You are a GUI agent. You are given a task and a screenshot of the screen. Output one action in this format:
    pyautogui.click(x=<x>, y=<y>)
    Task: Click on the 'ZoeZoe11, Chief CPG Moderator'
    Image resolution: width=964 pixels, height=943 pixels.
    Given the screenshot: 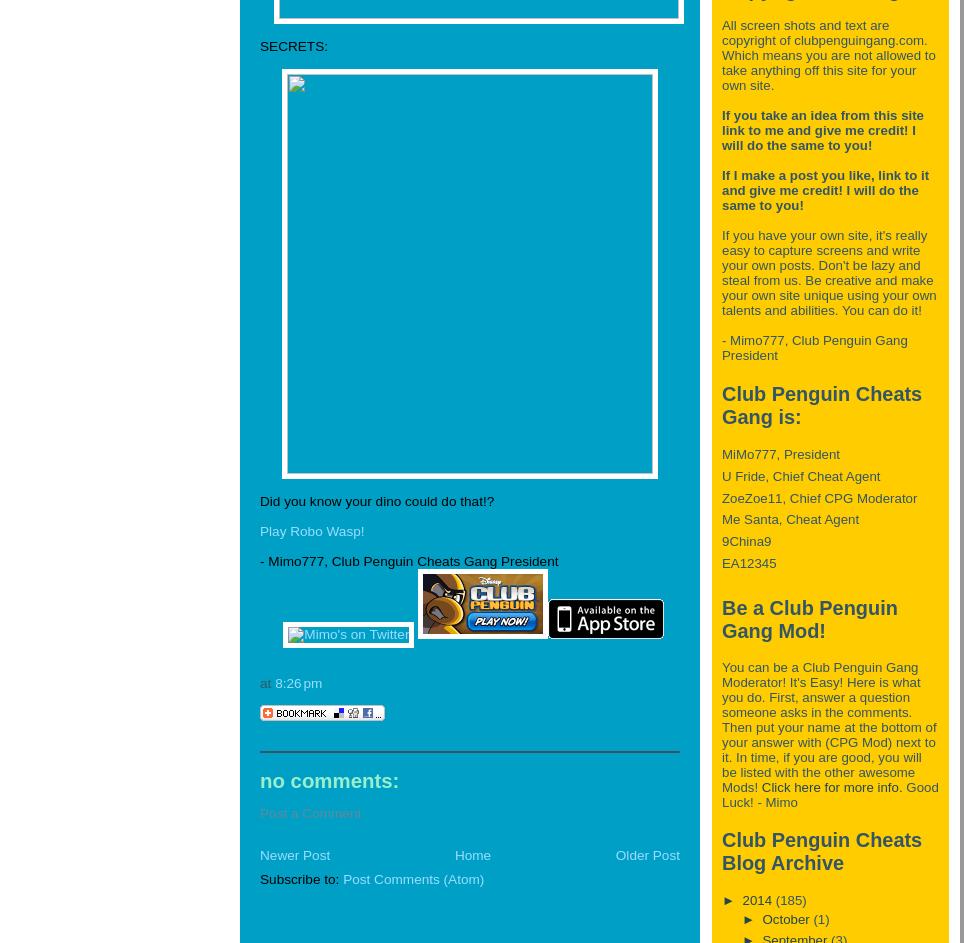 What is the action you would take?
    pyautogui.click(x=818, y=496)
    